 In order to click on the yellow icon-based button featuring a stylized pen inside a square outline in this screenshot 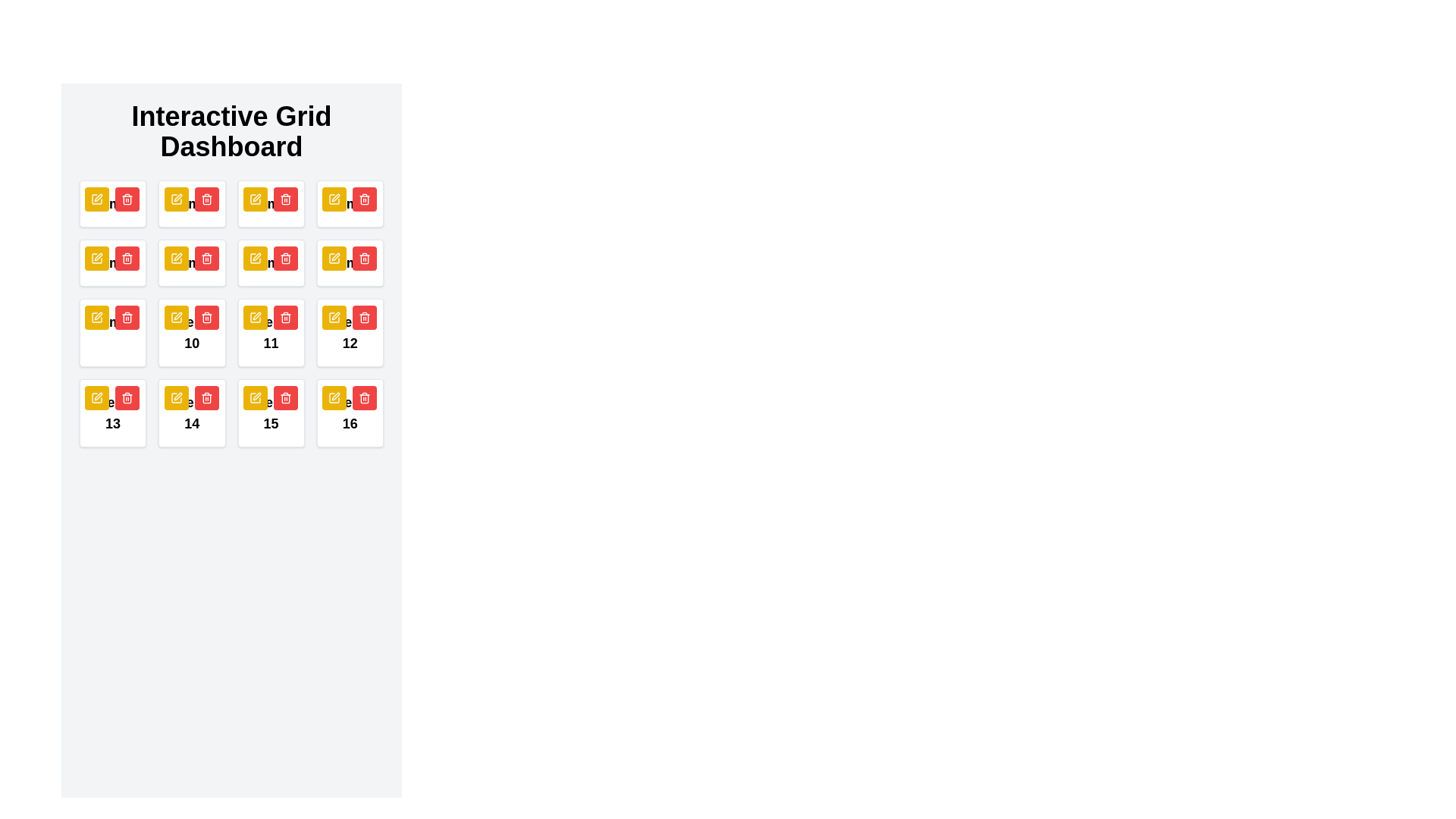, I will do `click(176, 397)`.